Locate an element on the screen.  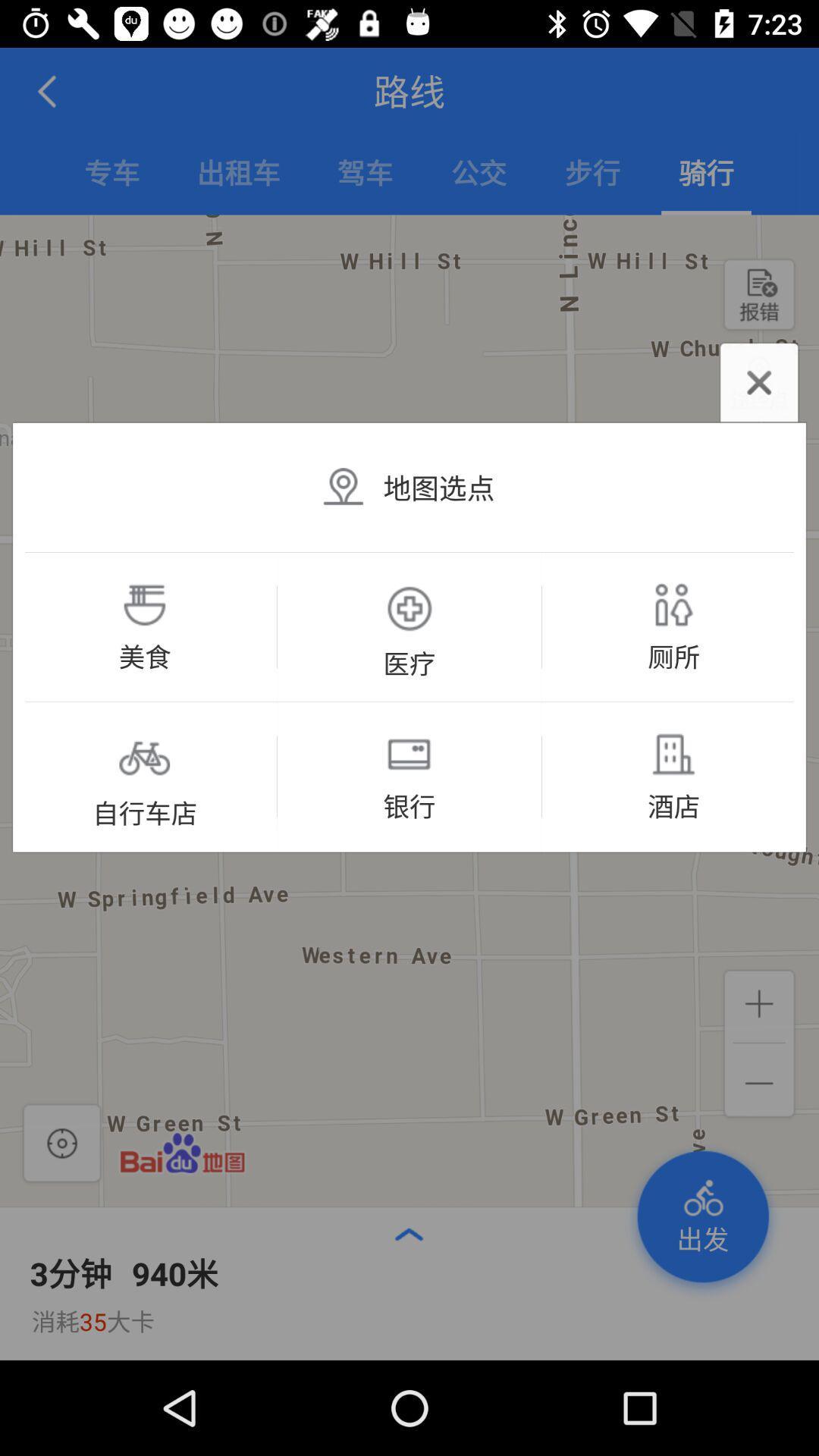
the arrow_upward icon is located at coordinates (408, 1234).